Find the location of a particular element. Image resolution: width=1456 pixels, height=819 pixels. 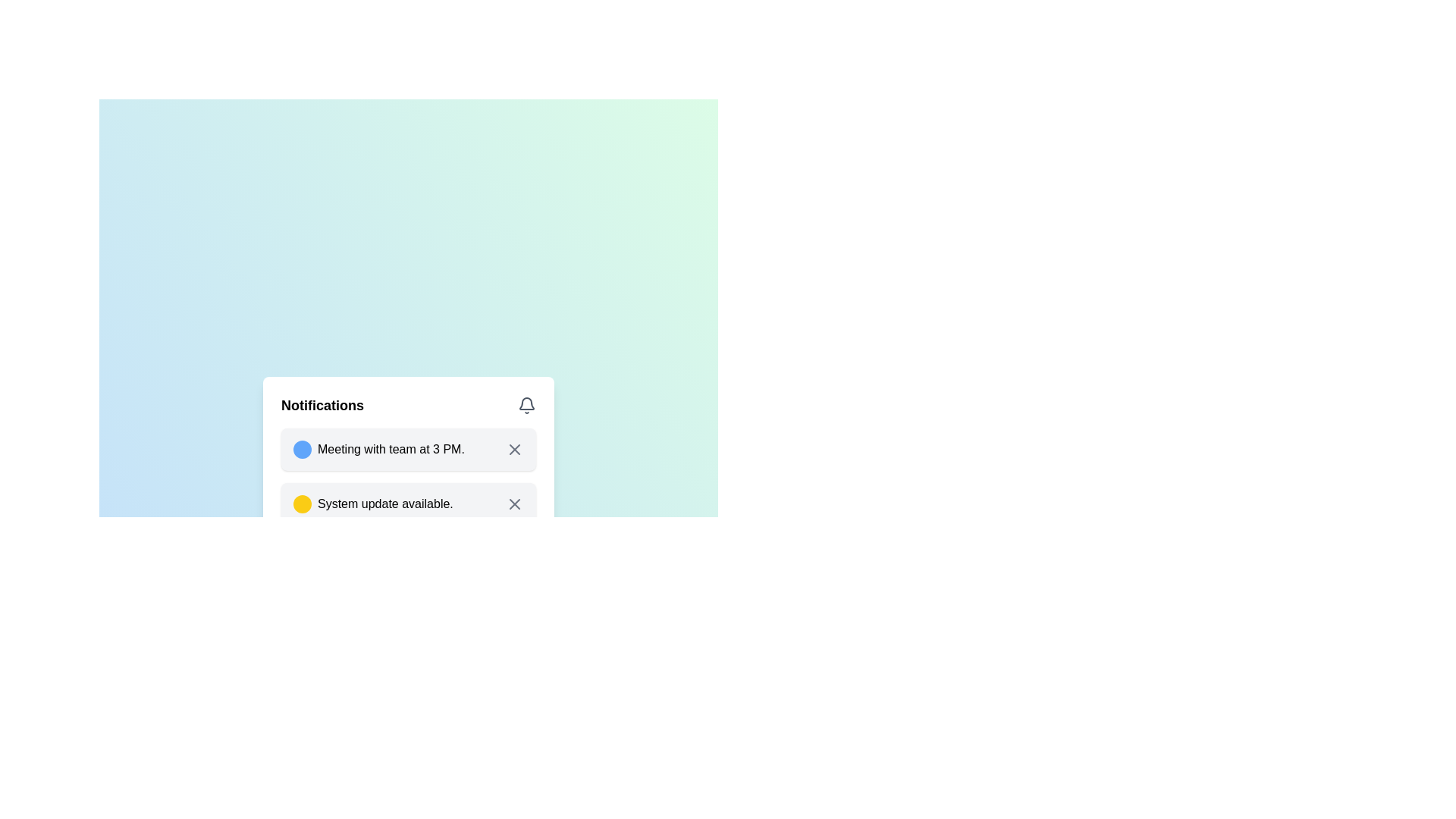

the second notification item in the vertically stacked list is located at coordinates (408, 509).